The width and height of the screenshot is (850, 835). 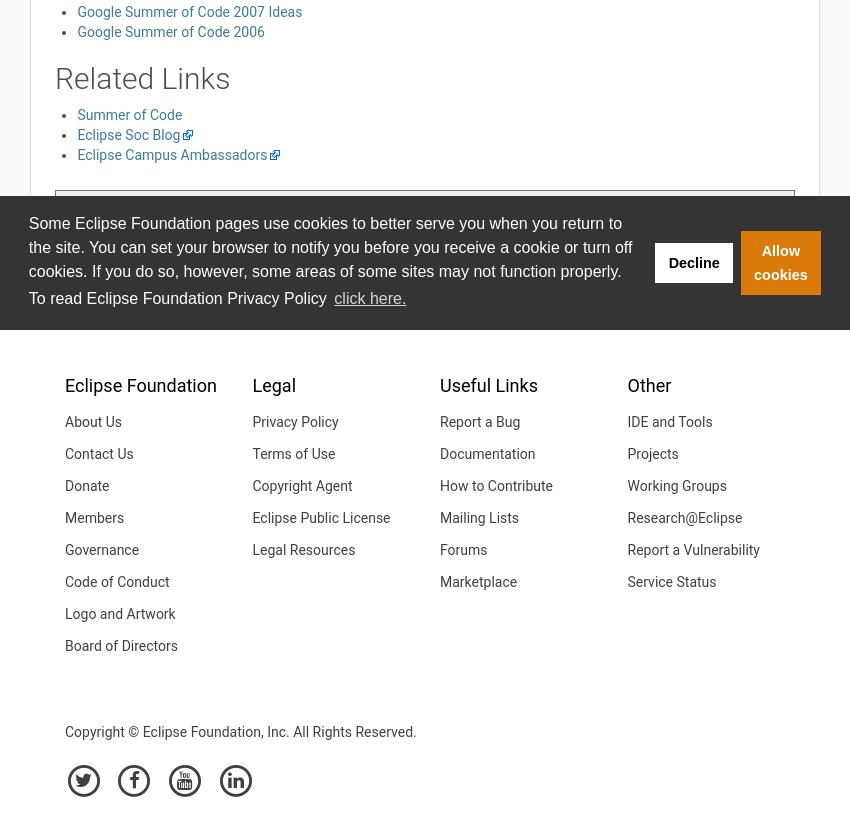 I want to click on 'Summer of Code', so click(x=129, y=112).